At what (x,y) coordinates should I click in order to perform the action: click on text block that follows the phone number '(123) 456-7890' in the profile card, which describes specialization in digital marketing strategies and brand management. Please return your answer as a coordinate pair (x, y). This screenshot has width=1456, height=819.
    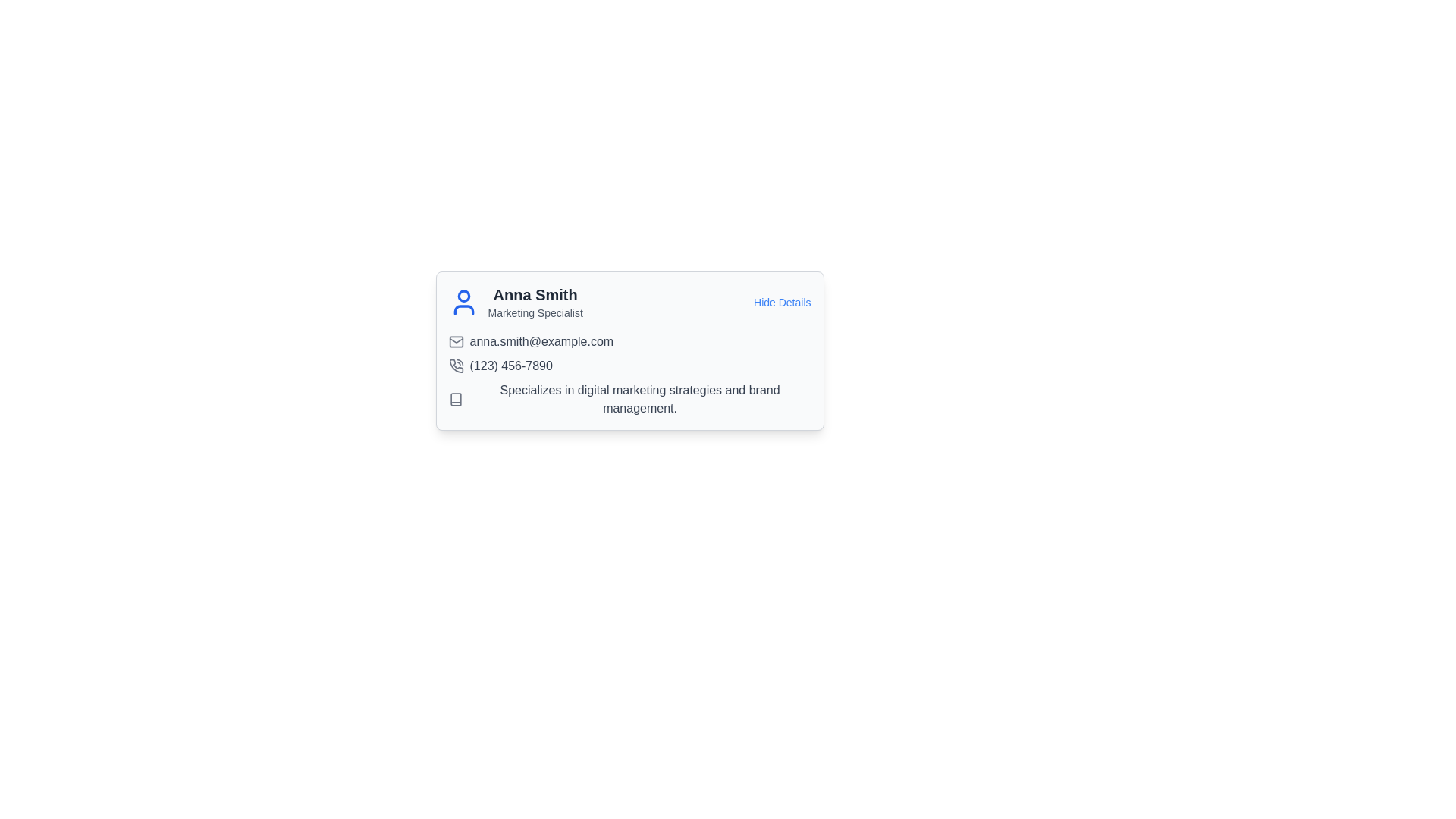
    Looking at the image, I should click on (629, 399).